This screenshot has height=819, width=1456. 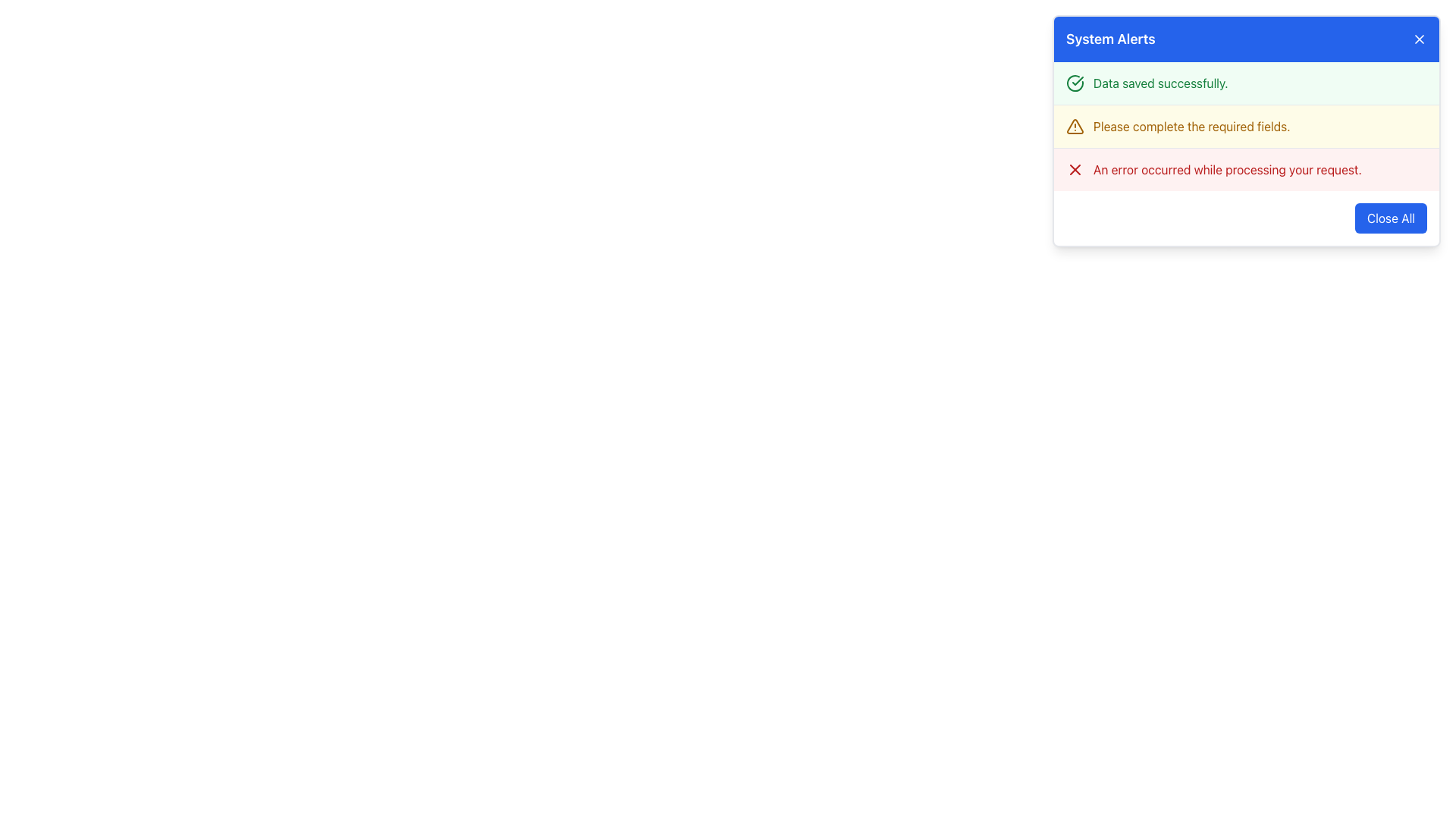 What do you see at coordinates (1074, 125) in the screenshot?
I see `the triangle icon with an exclamation mark inside, which indicates an alert and is located to the left of the text 'Please complete the required fields.' in the second alert row of the 'System Alerts' panel` at bounding box center [1074, 125].